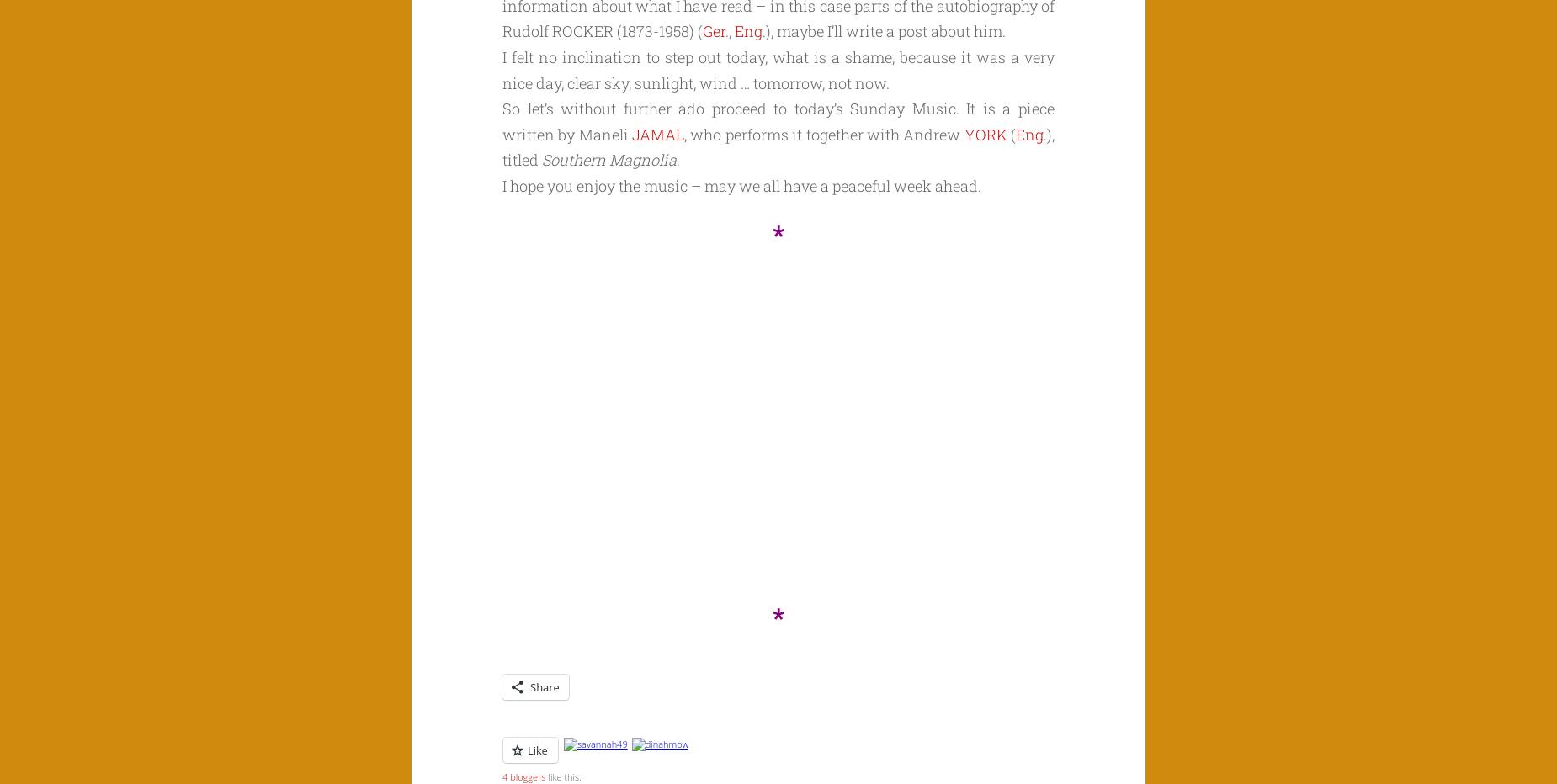 The height and width of the screenshot is (784, 1557). What do you see at coordinates (823, 132) in the screenshot?
I see `', who performs it together with Andrew'` at bounding box center [823, 132].